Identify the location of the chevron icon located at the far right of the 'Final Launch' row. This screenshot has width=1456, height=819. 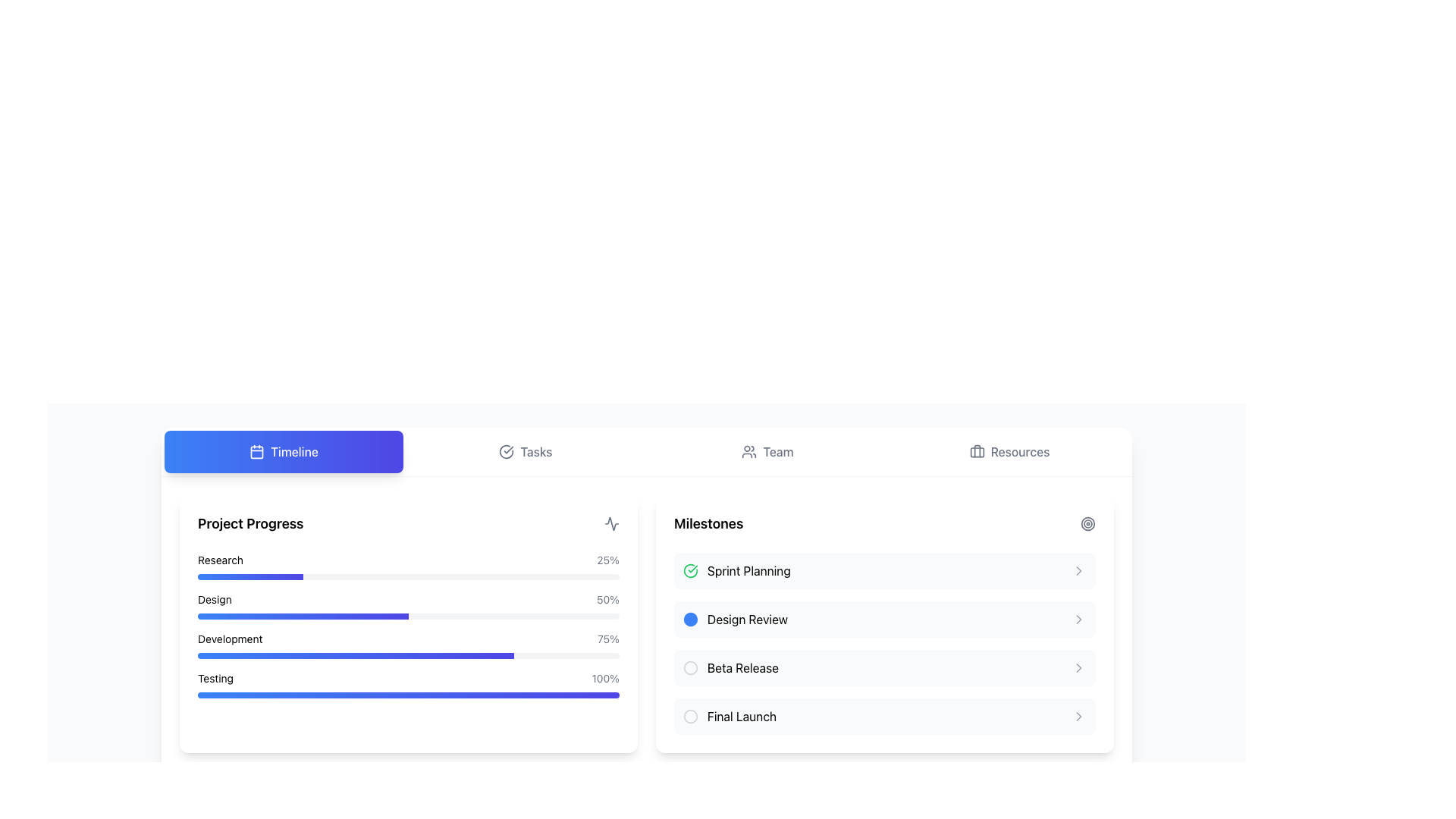
(1078, 717).